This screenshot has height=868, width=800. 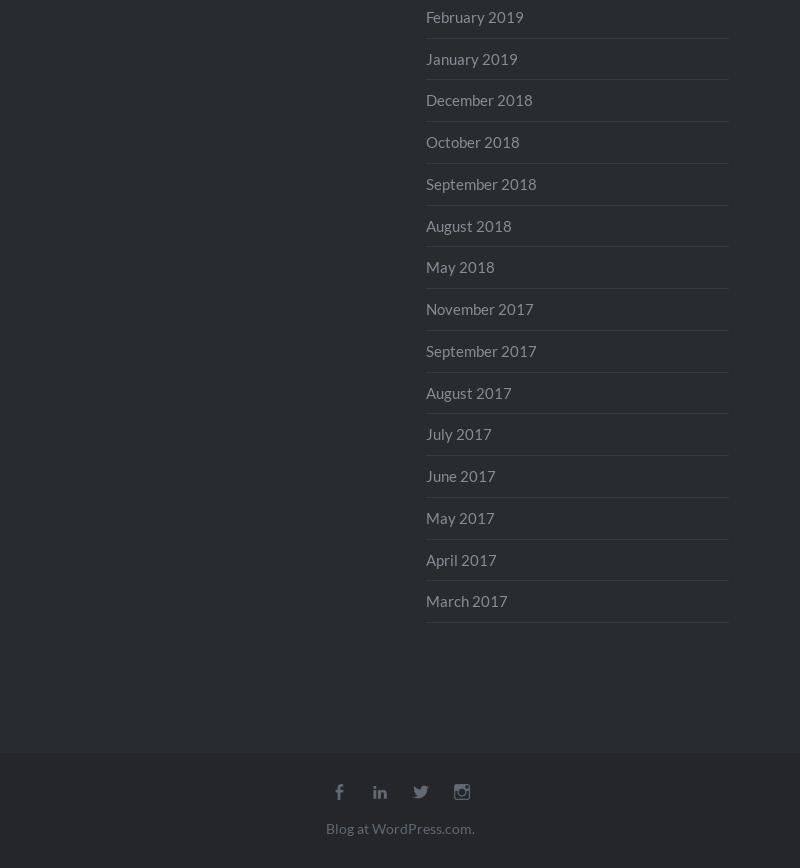 What do you see at coordinates (459, 475) in the screenshot?
I see `'June 2017'` at bounding box center [459, 475].